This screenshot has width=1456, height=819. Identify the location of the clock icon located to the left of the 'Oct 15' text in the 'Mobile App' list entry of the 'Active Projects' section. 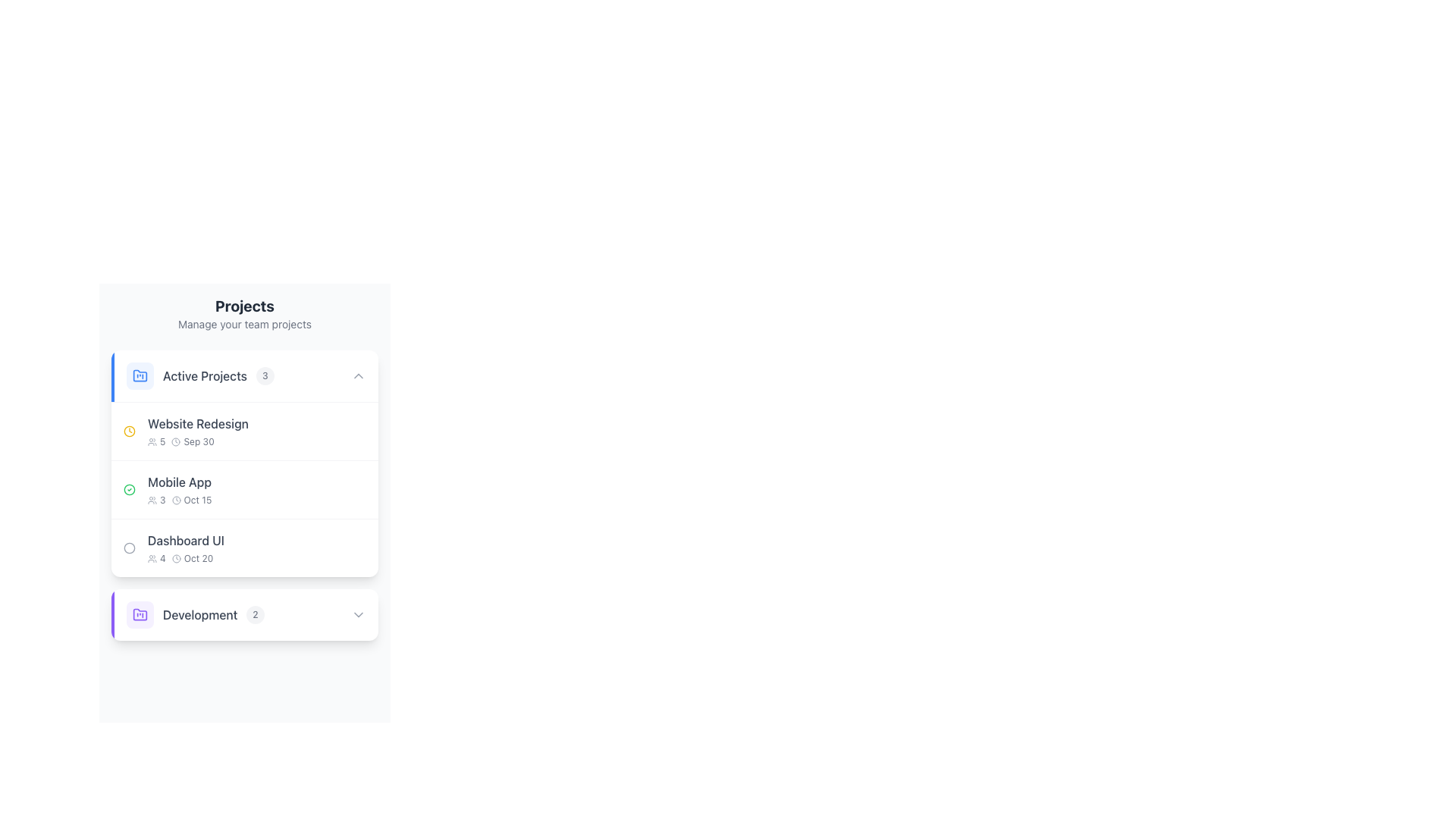
(176, 500).